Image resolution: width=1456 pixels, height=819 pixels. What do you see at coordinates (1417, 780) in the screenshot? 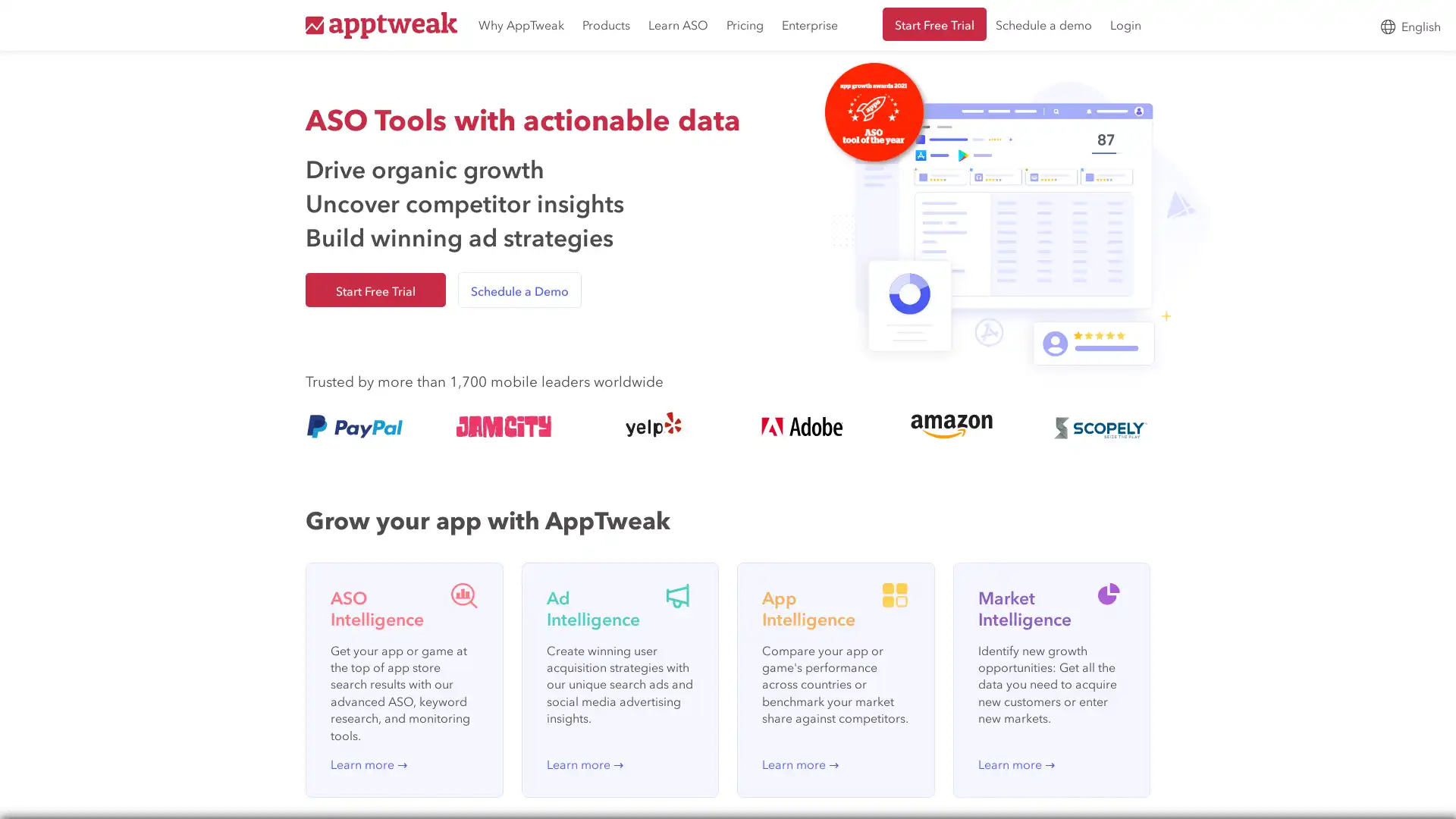
I see `Open Intercom Messenger` at bounding box center [1417, 780].